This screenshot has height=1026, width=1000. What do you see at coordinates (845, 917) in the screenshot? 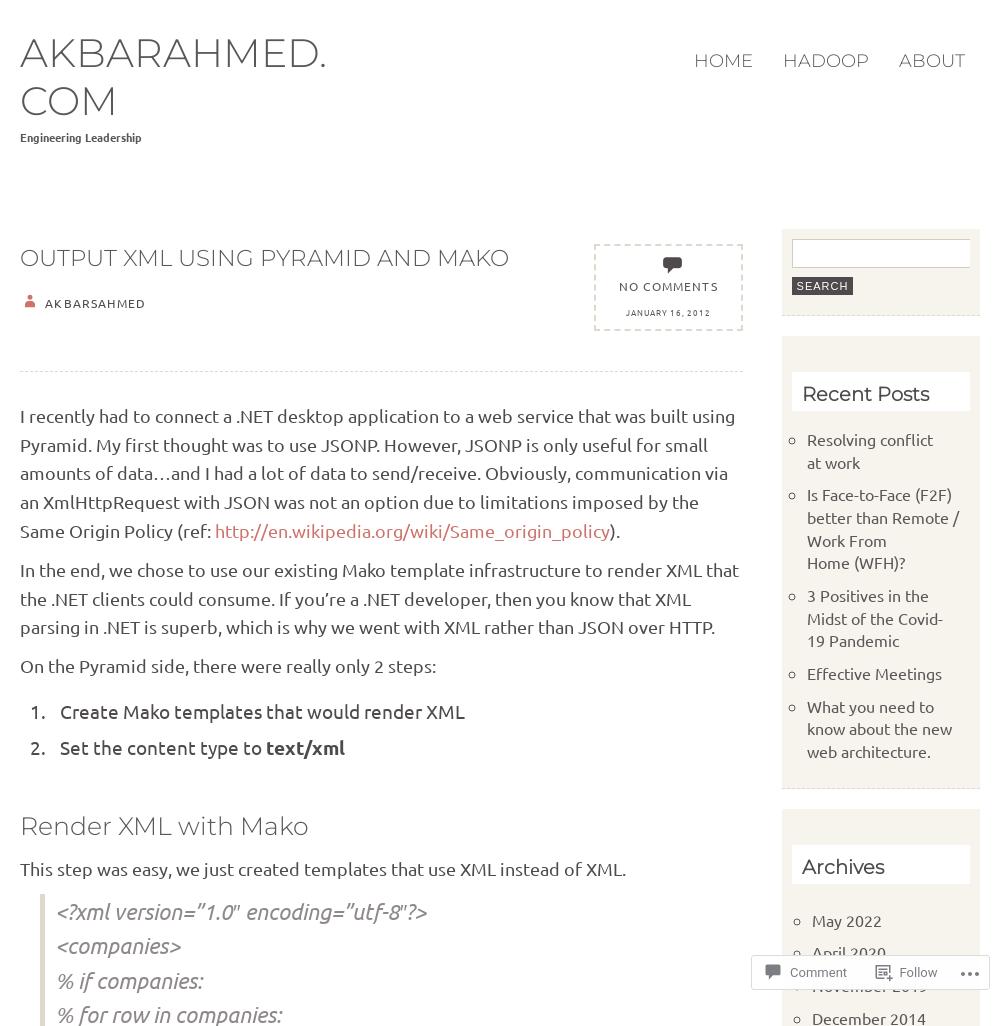
I see `'May 2022'` at bounding box center [845, 917].